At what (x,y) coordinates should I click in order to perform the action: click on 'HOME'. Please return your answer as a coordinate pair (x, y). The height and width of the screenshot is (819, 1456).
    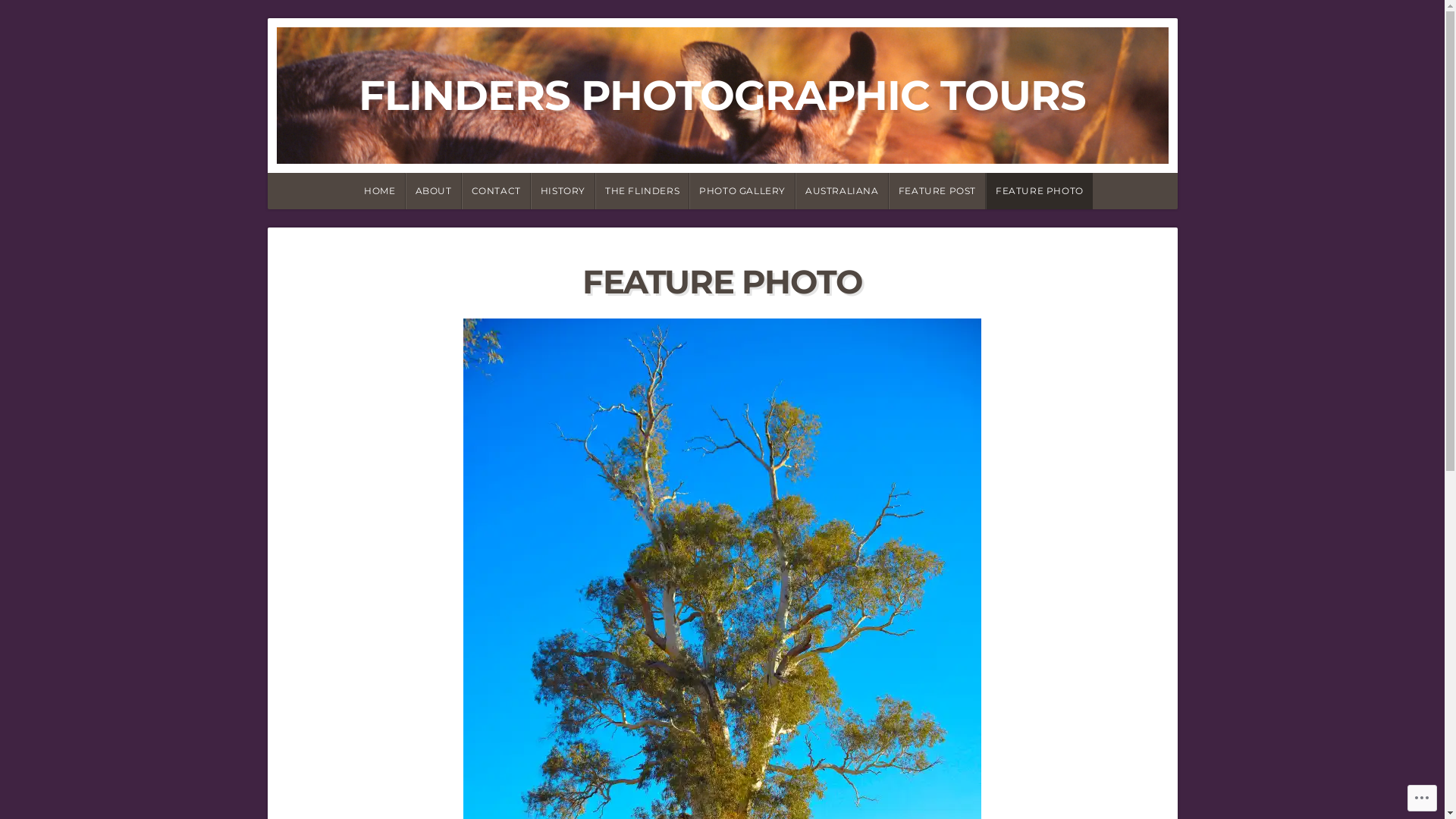
    Looking at the image, I should click on (378, 190).